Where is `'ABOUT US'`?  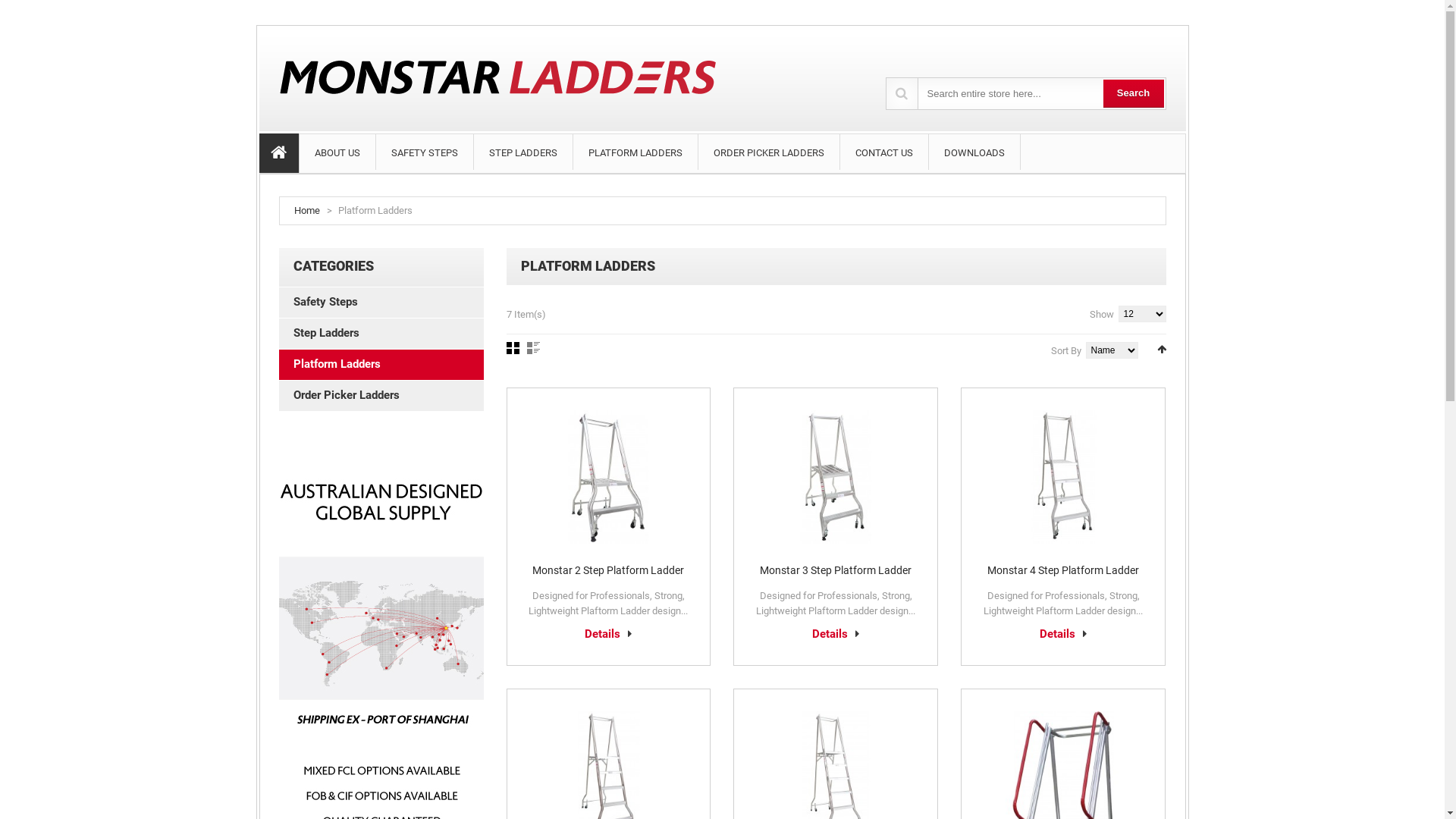
'ABOUT US' is located at coordinates (335, 152).